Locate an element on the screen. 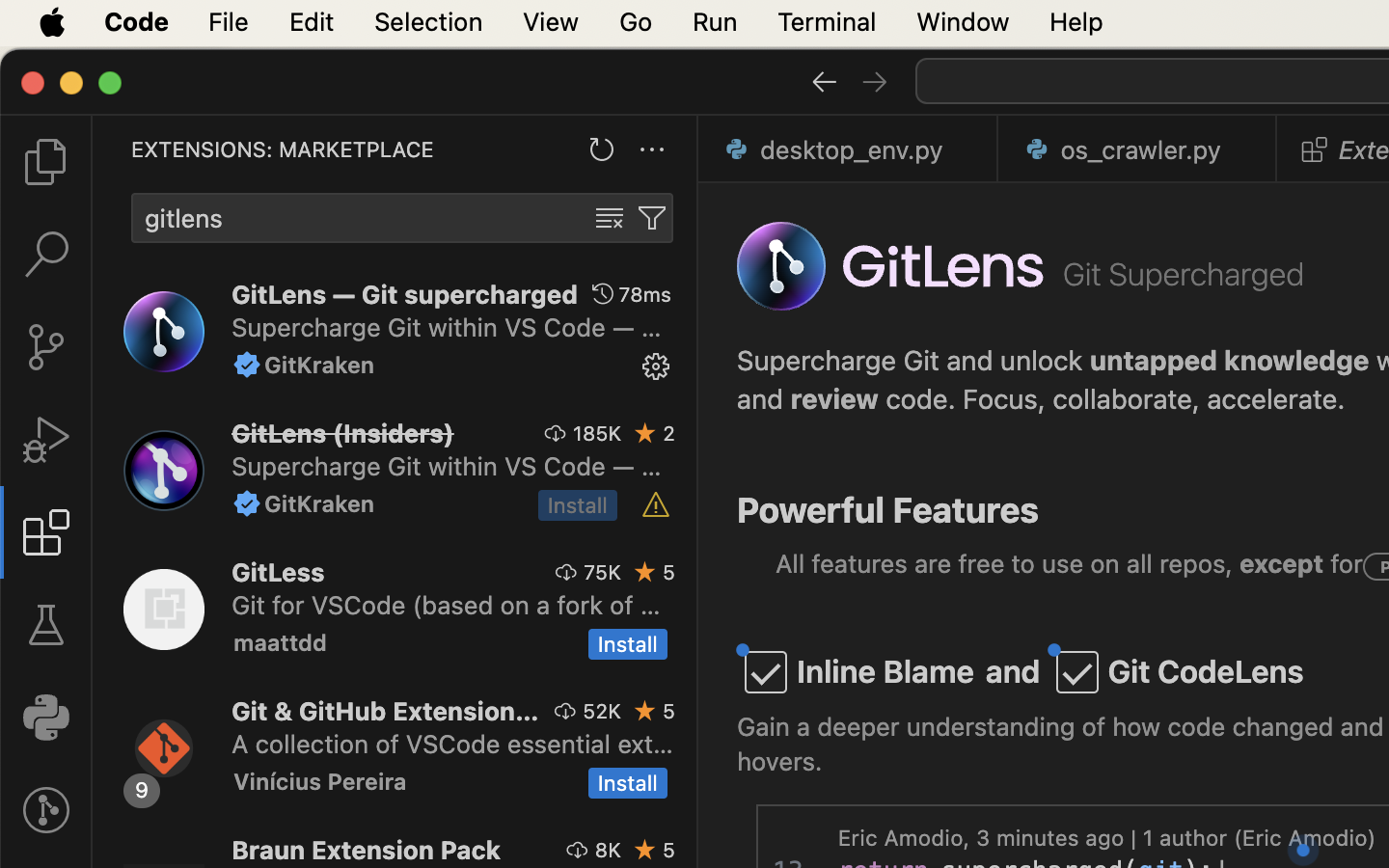  '0 ' is located at coordinates (44, 347).